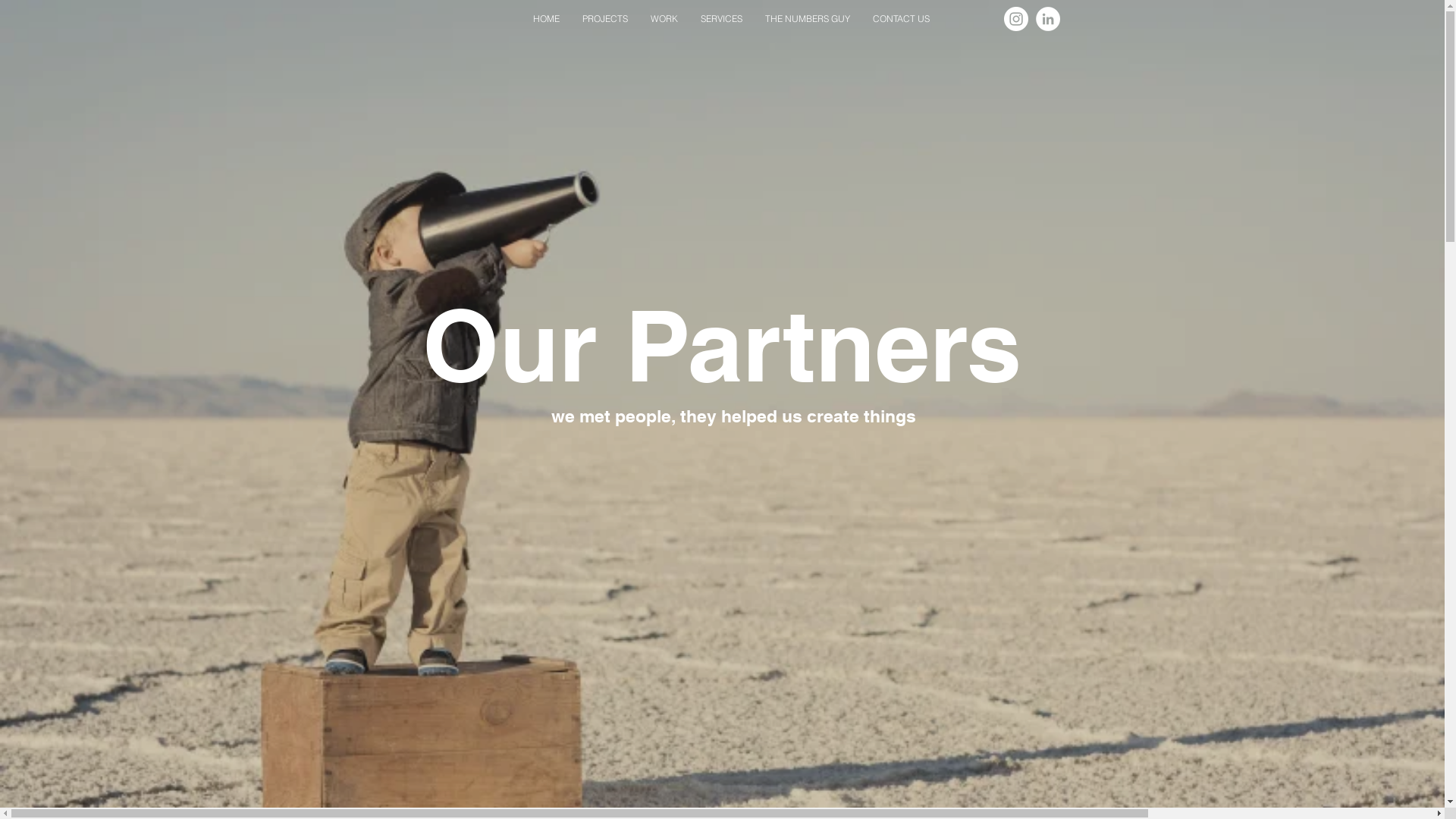 The height and width of the screenshot is (819, 1456). Describe the element at coordinates (521, 18) in the screenshot. I see `'HOME'` at that location.